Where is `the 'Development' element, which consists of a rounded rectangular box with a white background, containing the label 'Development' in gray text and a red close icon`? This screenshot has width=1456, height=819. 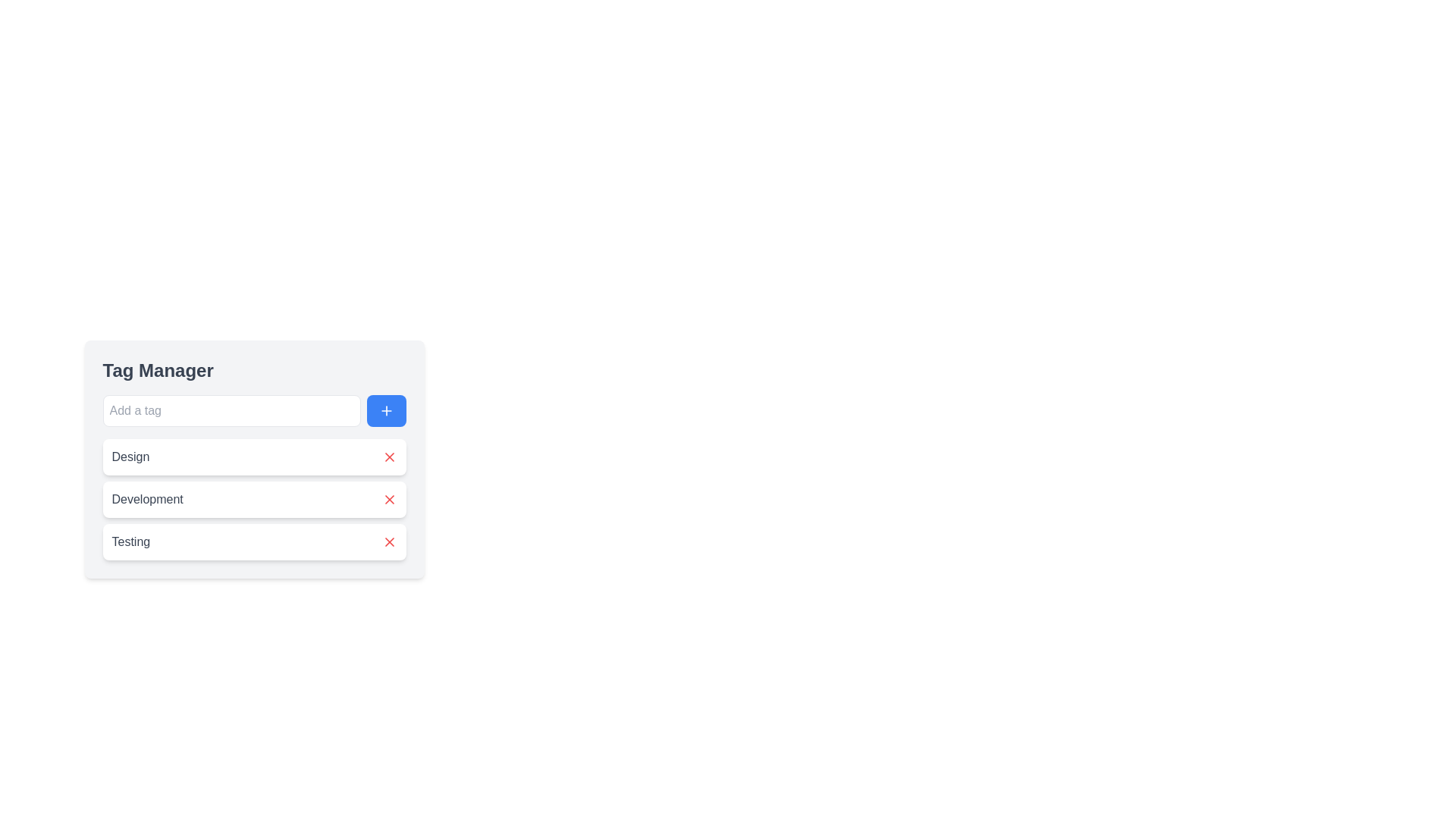 the 'Development' element, which consists of a rounded rectangular box with a white background, containing the label 'Development' in gray text and a red close icon is located at coordinates (254, 500).